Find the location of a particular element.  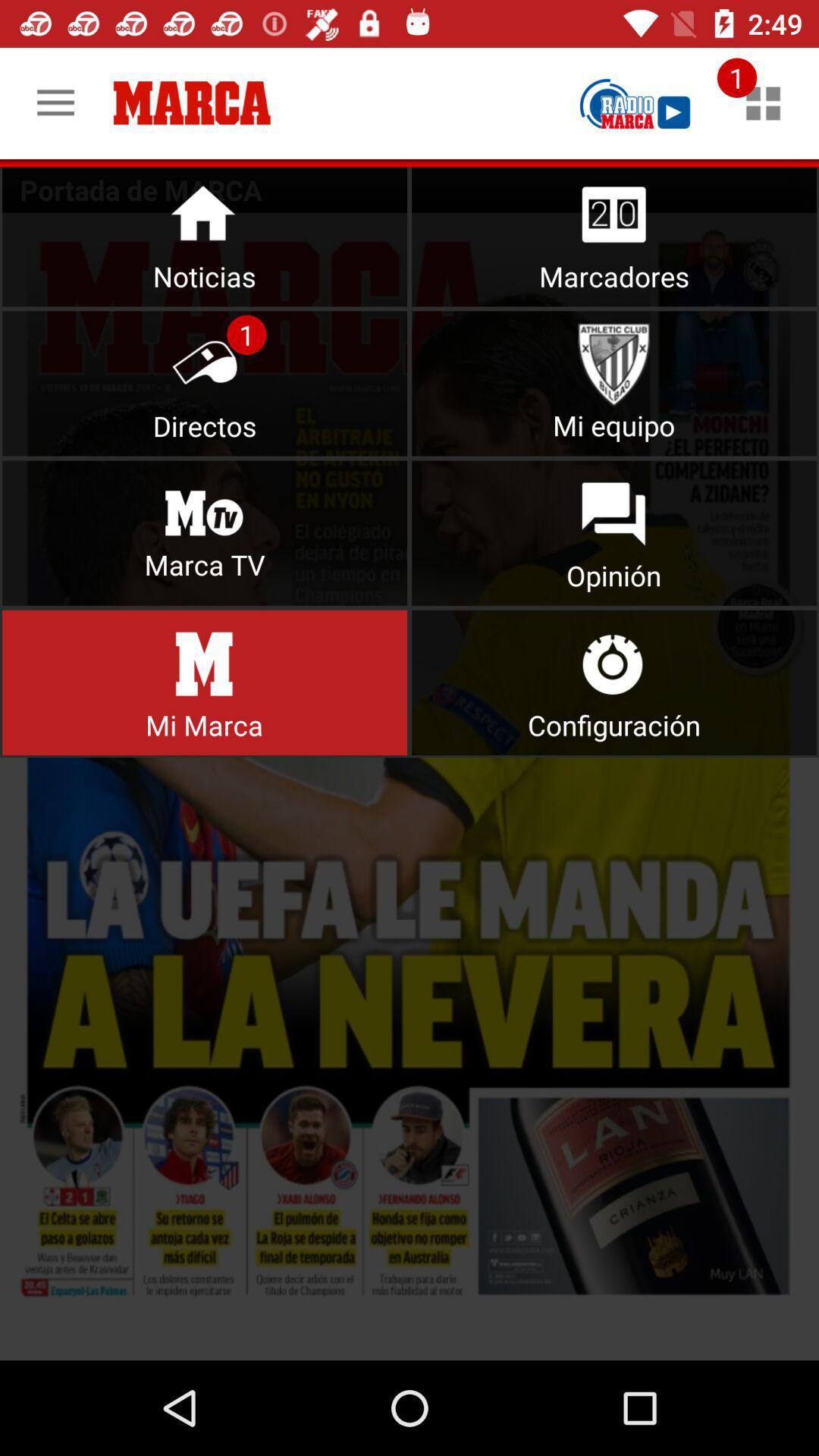

mi marca selection is located at coordinates (205, 682).